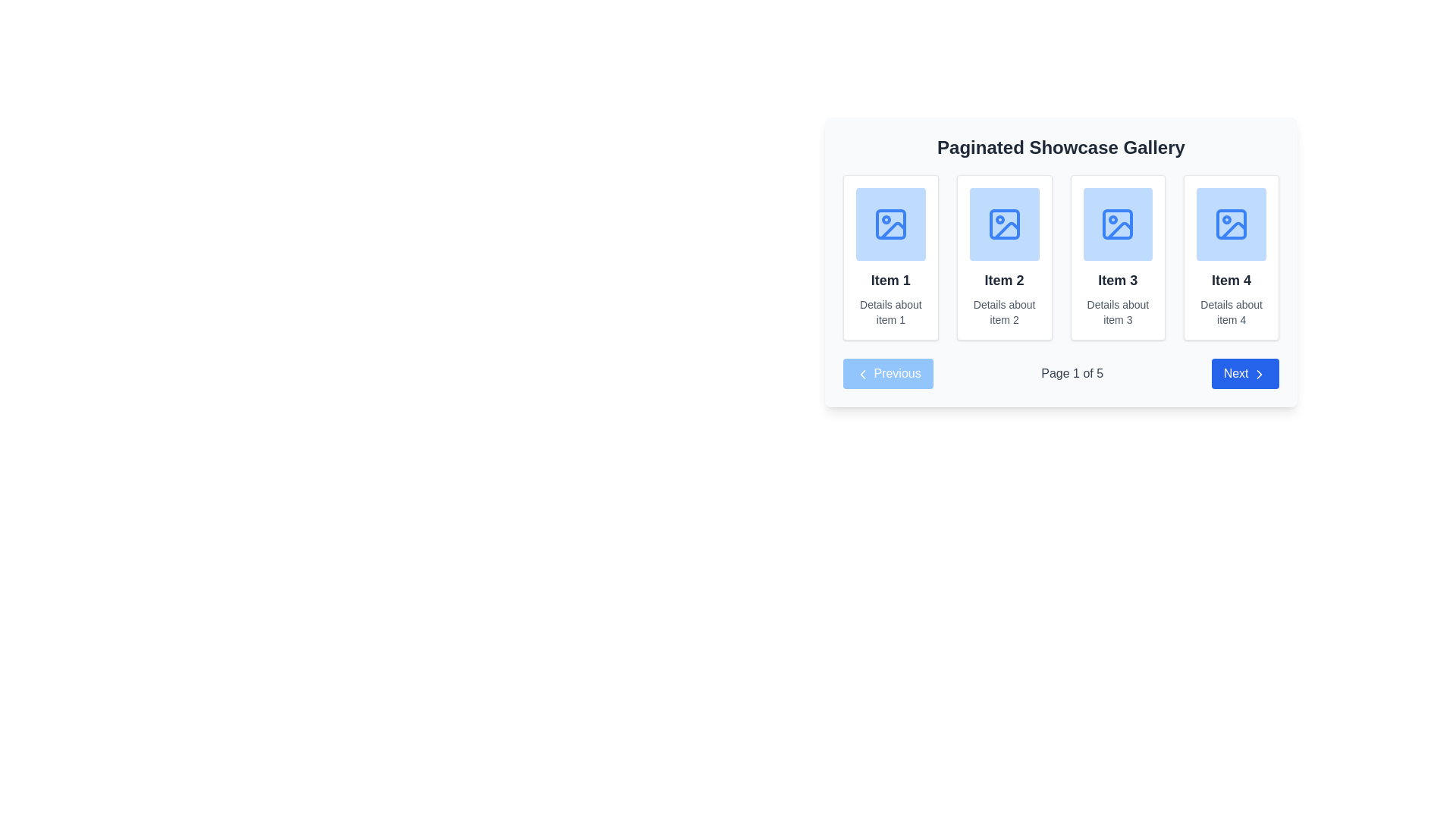 The height and width of the screenshot is (819, 1456). Describe the element at coordinates (1004, 224) in the screenshot. I see `the second image representation icon in the gallery section under 'Paginated Showcase Gallery'` at that location.